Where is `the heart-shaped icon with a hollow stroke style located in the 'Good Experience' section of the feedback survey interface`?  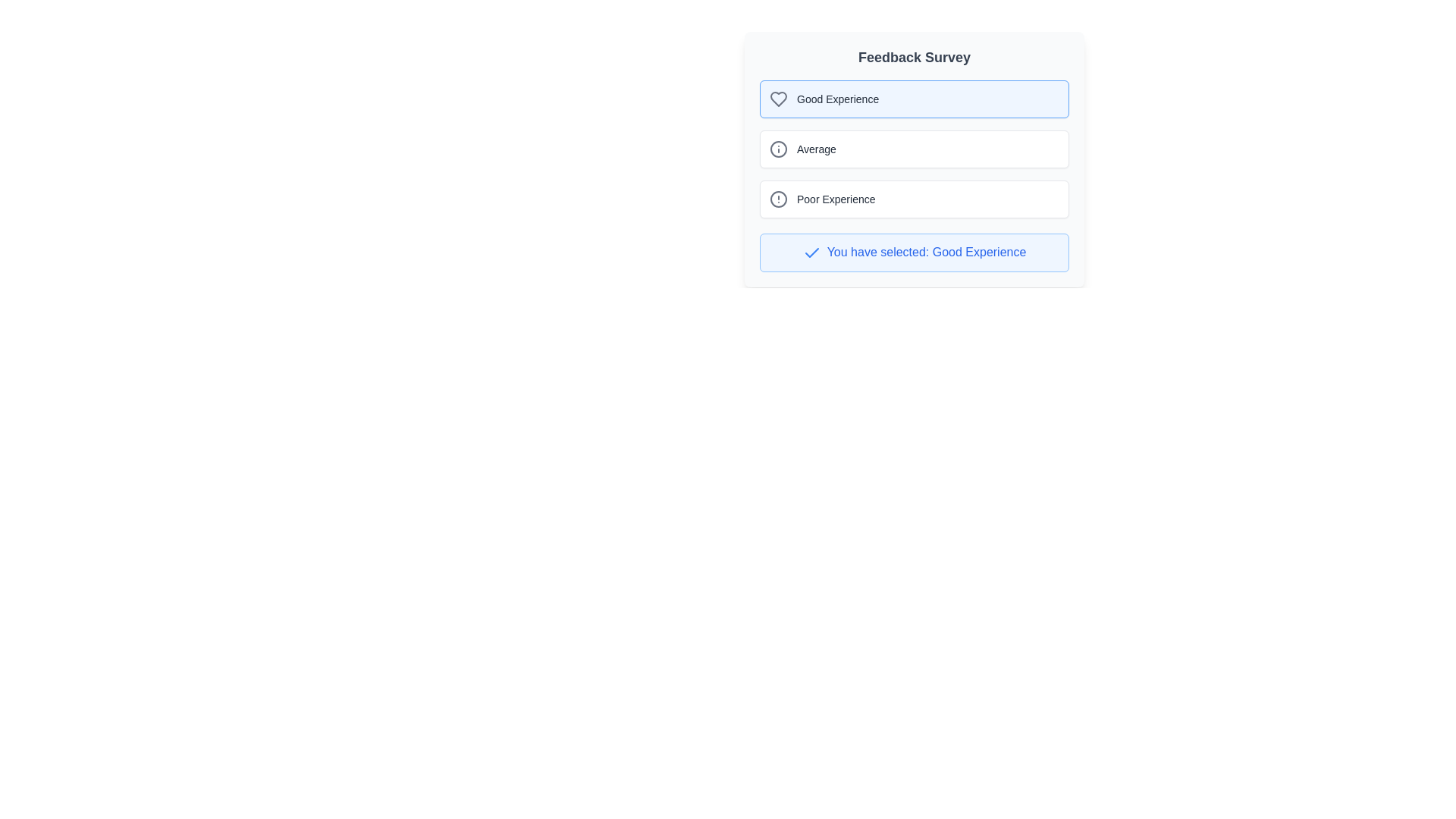
the heart-shaped icon with a hollow stroke style located in the 'Good Experience' section of the feedback survey interface is located at coordinates (779, 99).